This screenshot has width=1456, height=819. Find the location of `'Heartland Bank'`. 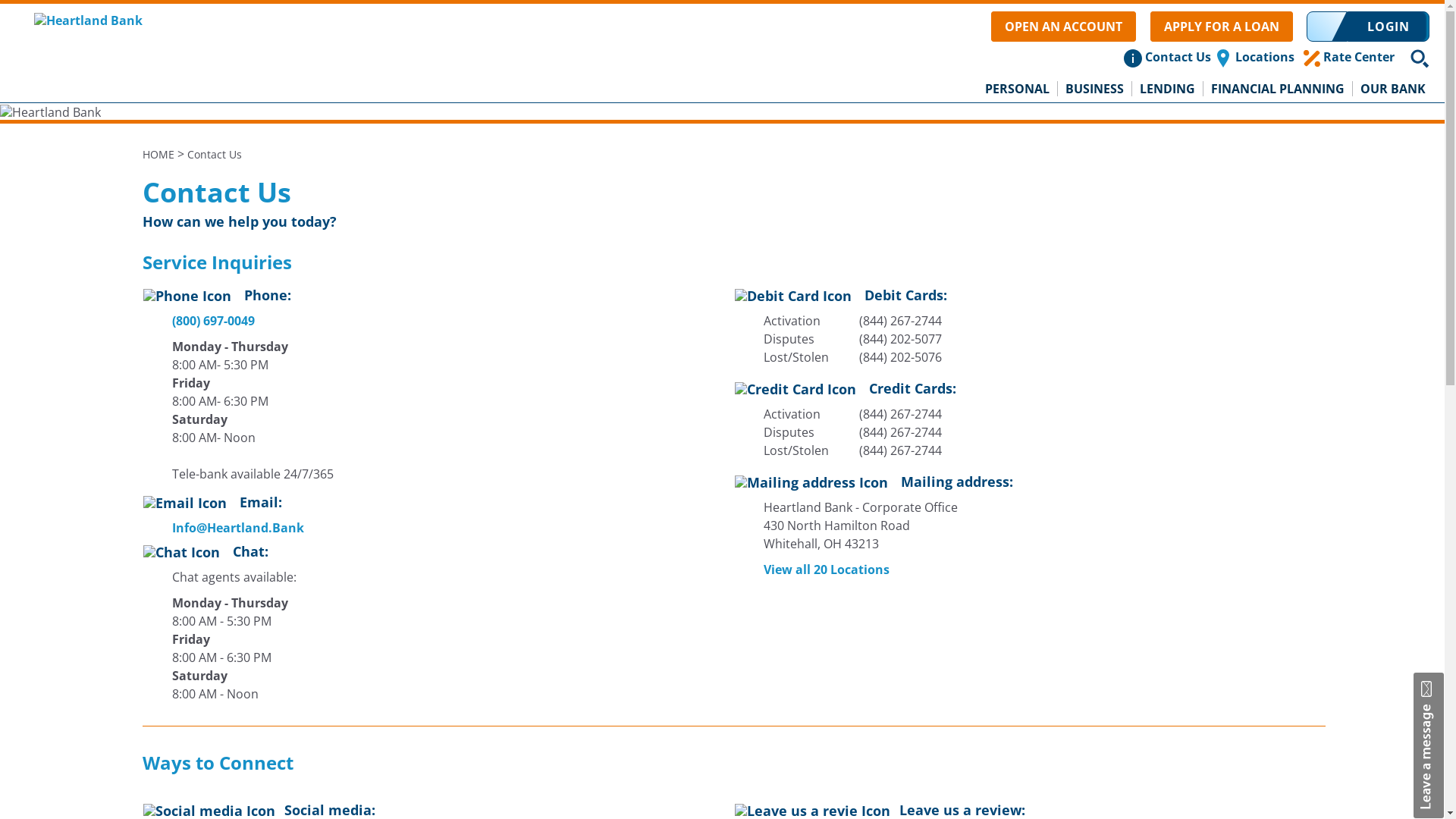

'Heartland Bank' is located at coordinates (50, 111).